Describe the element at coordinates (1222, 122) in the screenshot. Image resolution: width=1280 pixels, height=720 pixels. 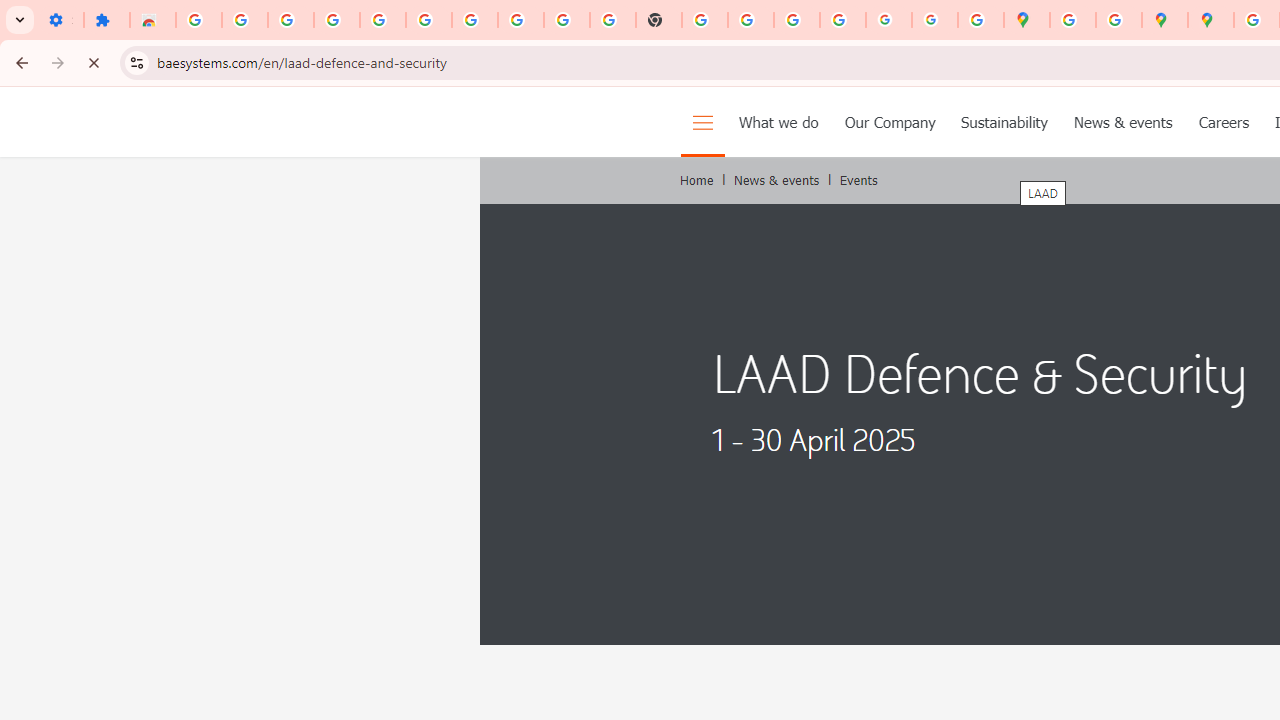
I see `'Careers'` at that location.